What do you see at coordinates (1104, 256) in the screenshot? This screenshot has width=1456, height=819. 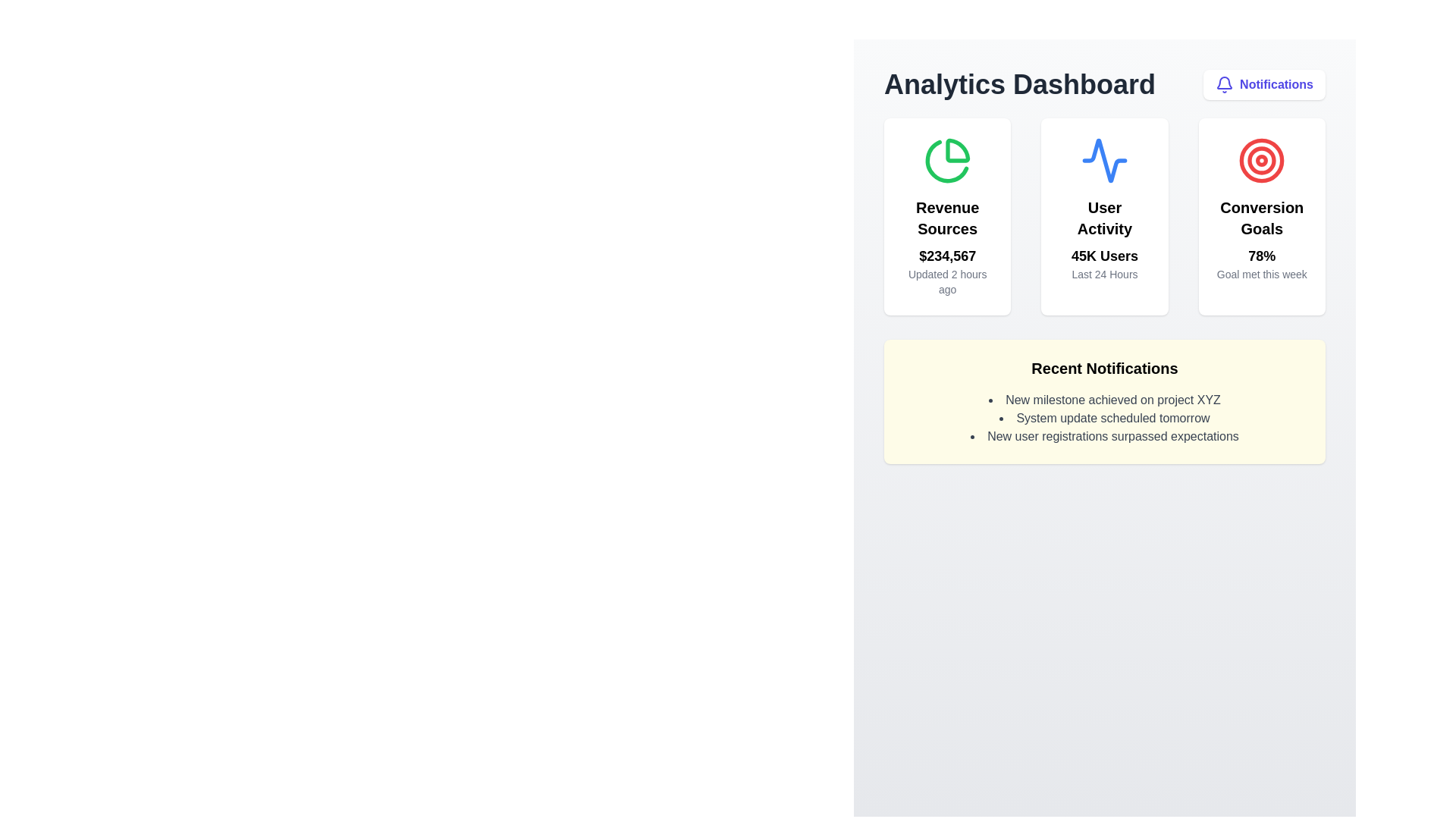 I see `the text label displaying the total user count ('45K Users') located in the 'User Activity' card, positioned below the title and above the smaller text` at bounding box center [1104, 256].